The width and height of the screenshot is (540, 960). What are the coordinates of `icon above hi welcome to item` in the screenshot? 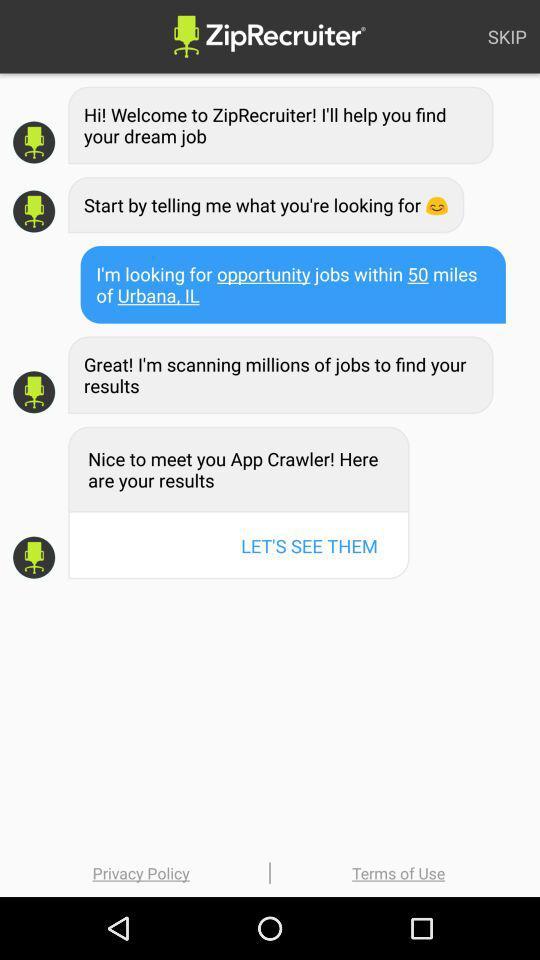 It's located at (507, 35).